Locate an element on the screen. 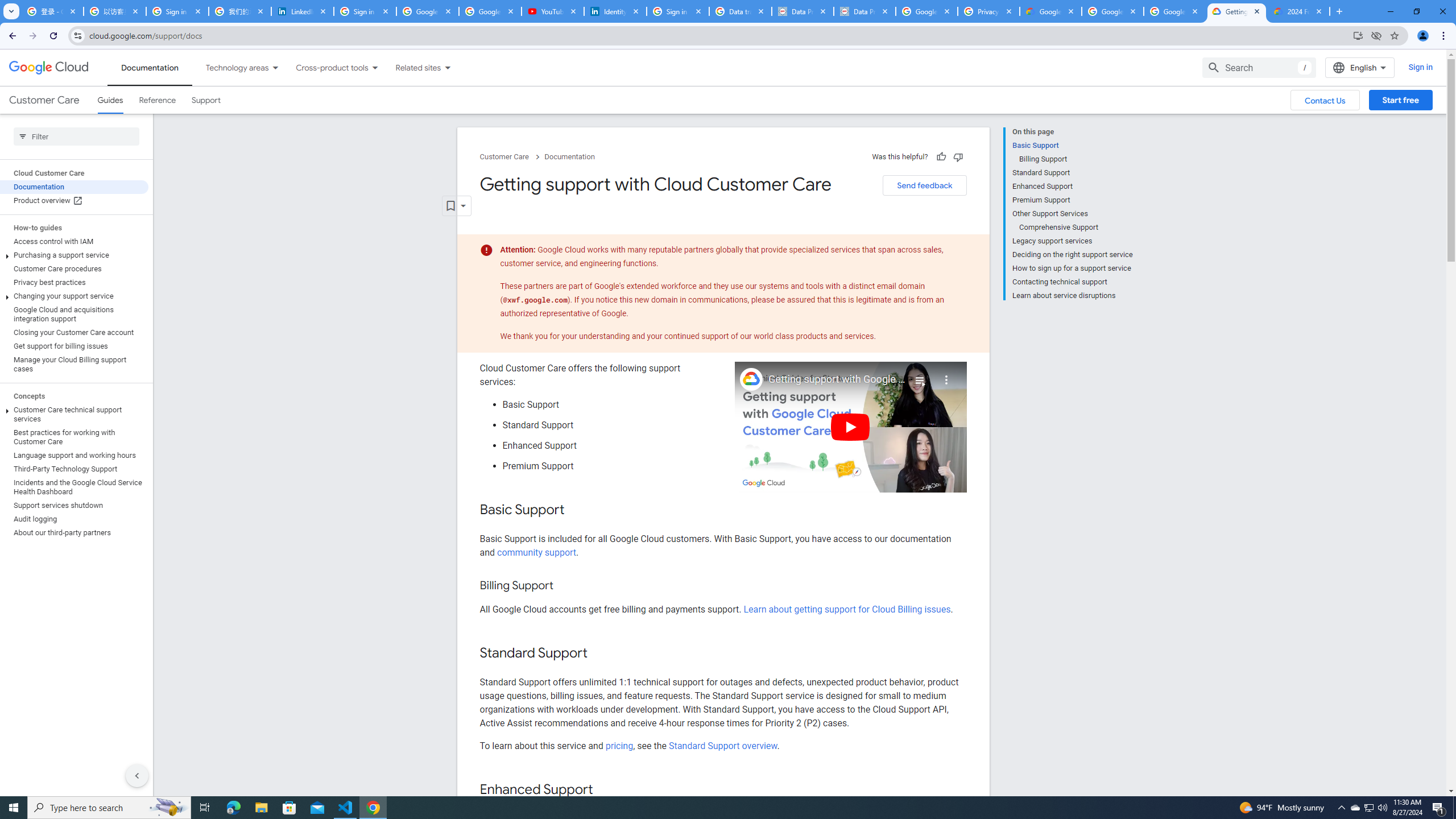  'Learn about getting support for Cloud Billing issues' is located at coordinates (846, 610).